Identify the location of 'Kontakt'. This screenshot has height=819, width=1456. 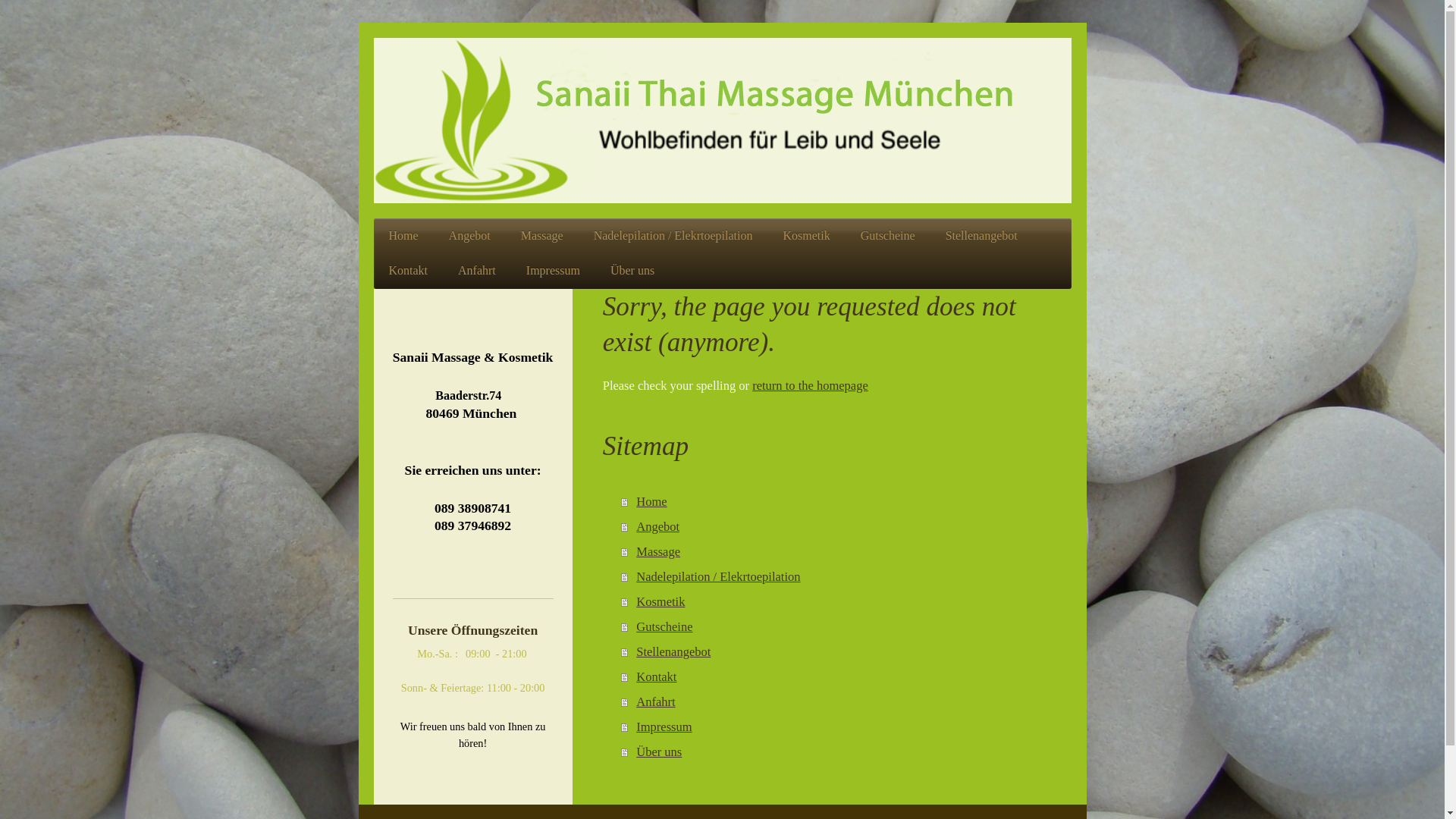
(407, 270).